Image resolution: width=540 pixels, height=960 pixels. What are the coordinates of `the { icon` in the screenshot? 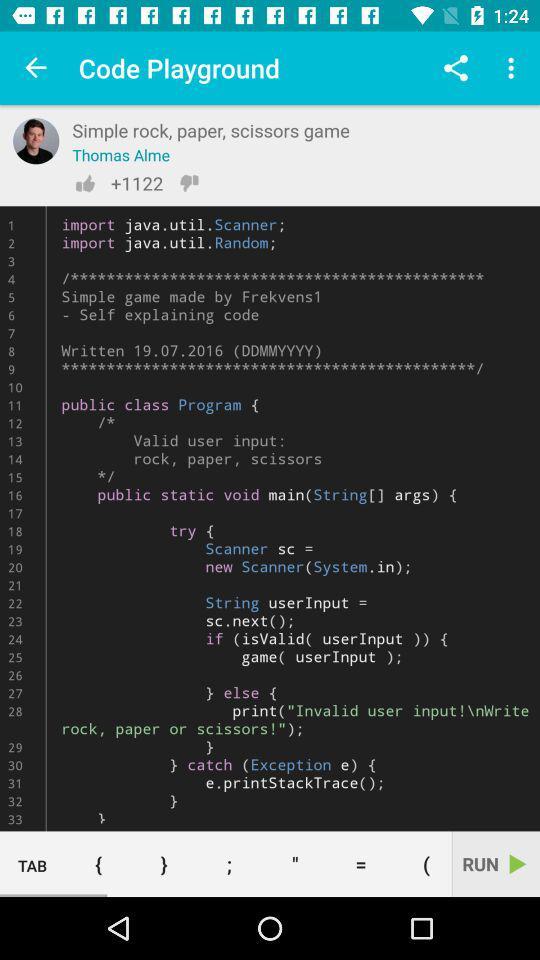 It's located at (97, 863).